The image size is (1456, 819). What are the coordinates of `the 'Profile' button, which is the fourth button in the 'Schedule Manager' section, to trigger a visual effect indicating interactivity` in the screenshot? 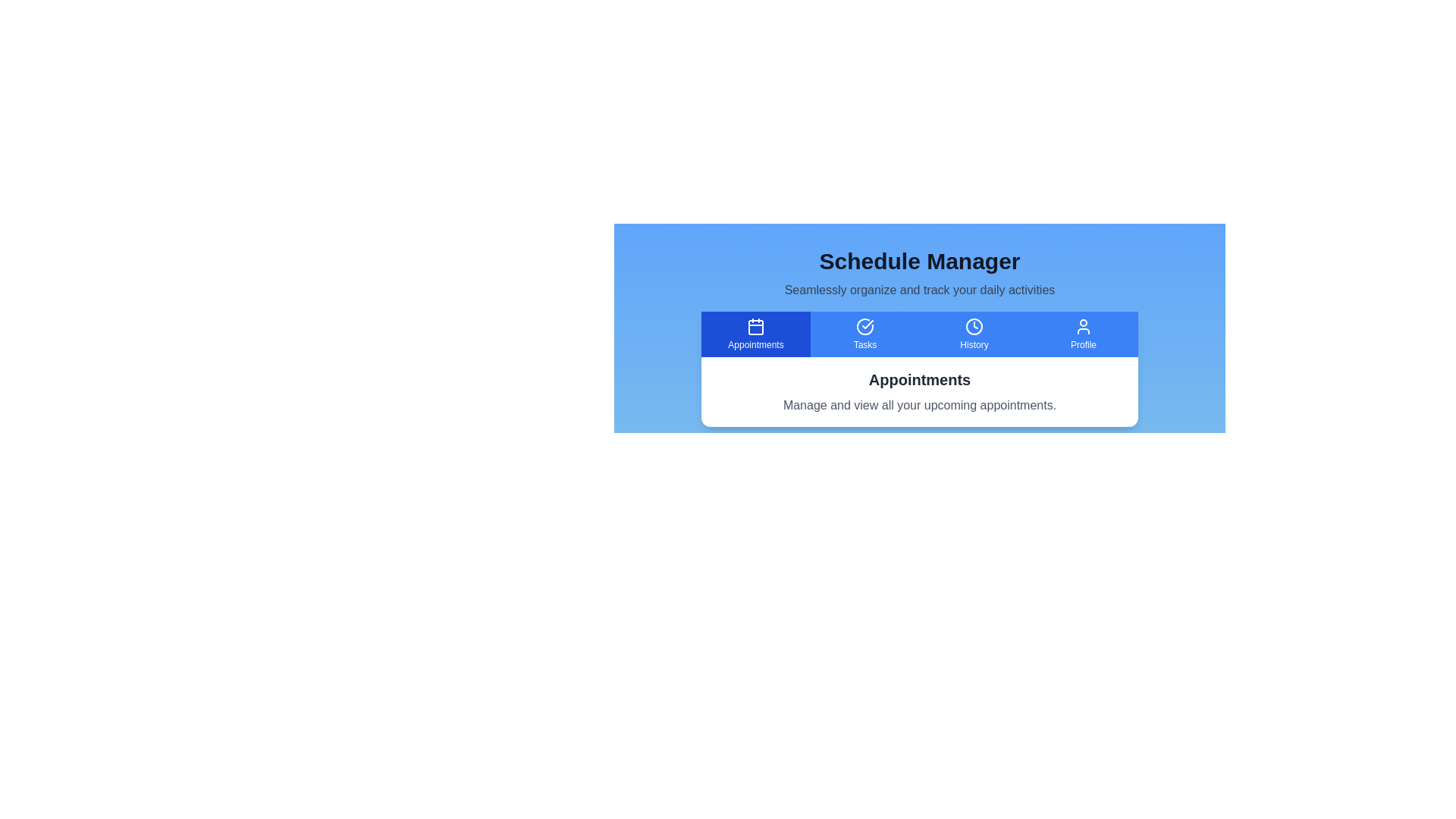 It's located at (1083, 333).